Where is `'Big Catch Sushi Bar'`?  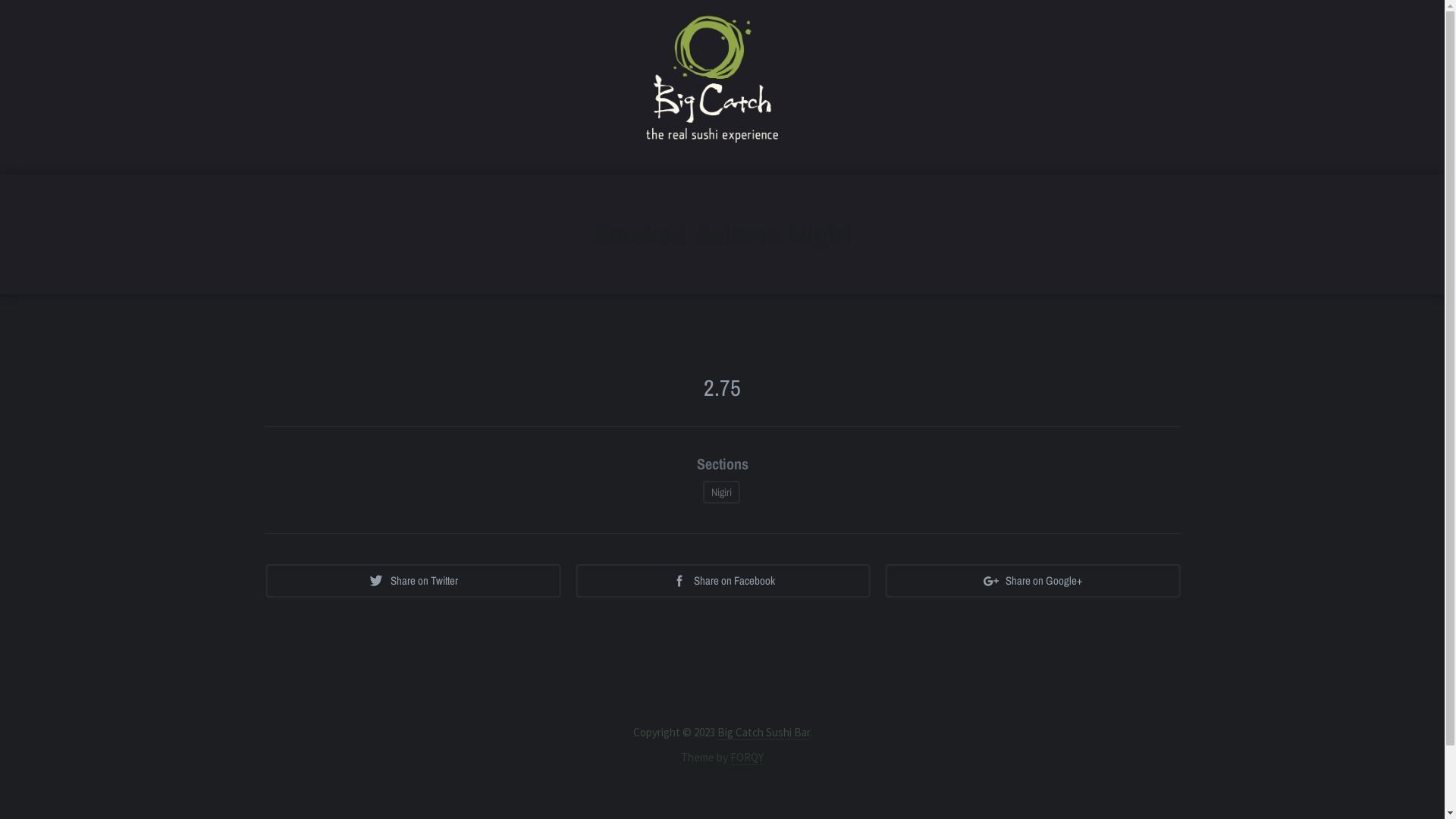 'Big Catch Sushi Bar' is located at coordinates (716, 731).